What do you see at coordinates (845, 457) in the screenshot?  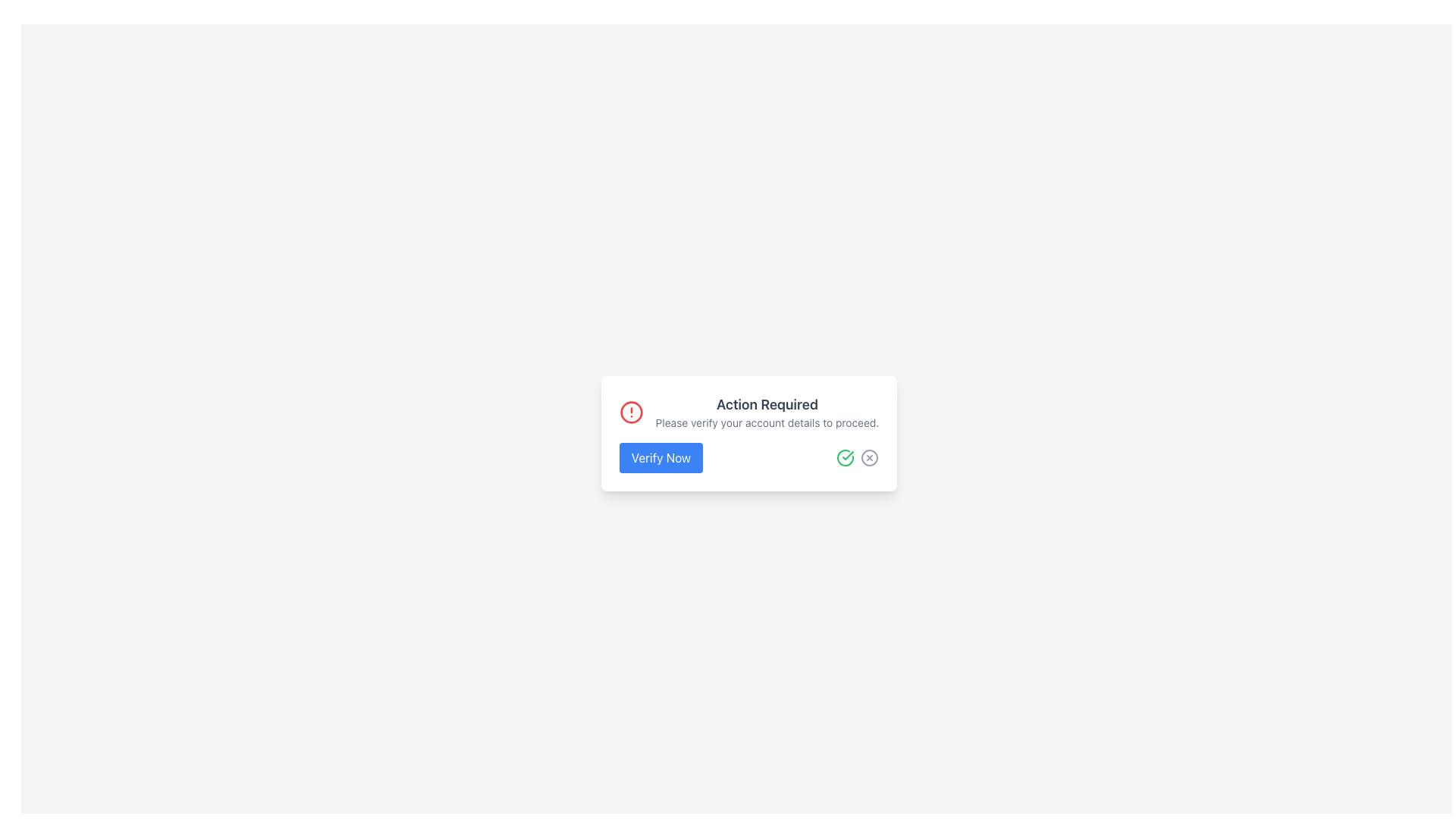 I see `the circular icon with a green checkmark inside it, located to the right of the text 'Action Required'. This icon is visually distinct due to its green outline, indicating a positive confirmation action` at bounding box center [845, 457].